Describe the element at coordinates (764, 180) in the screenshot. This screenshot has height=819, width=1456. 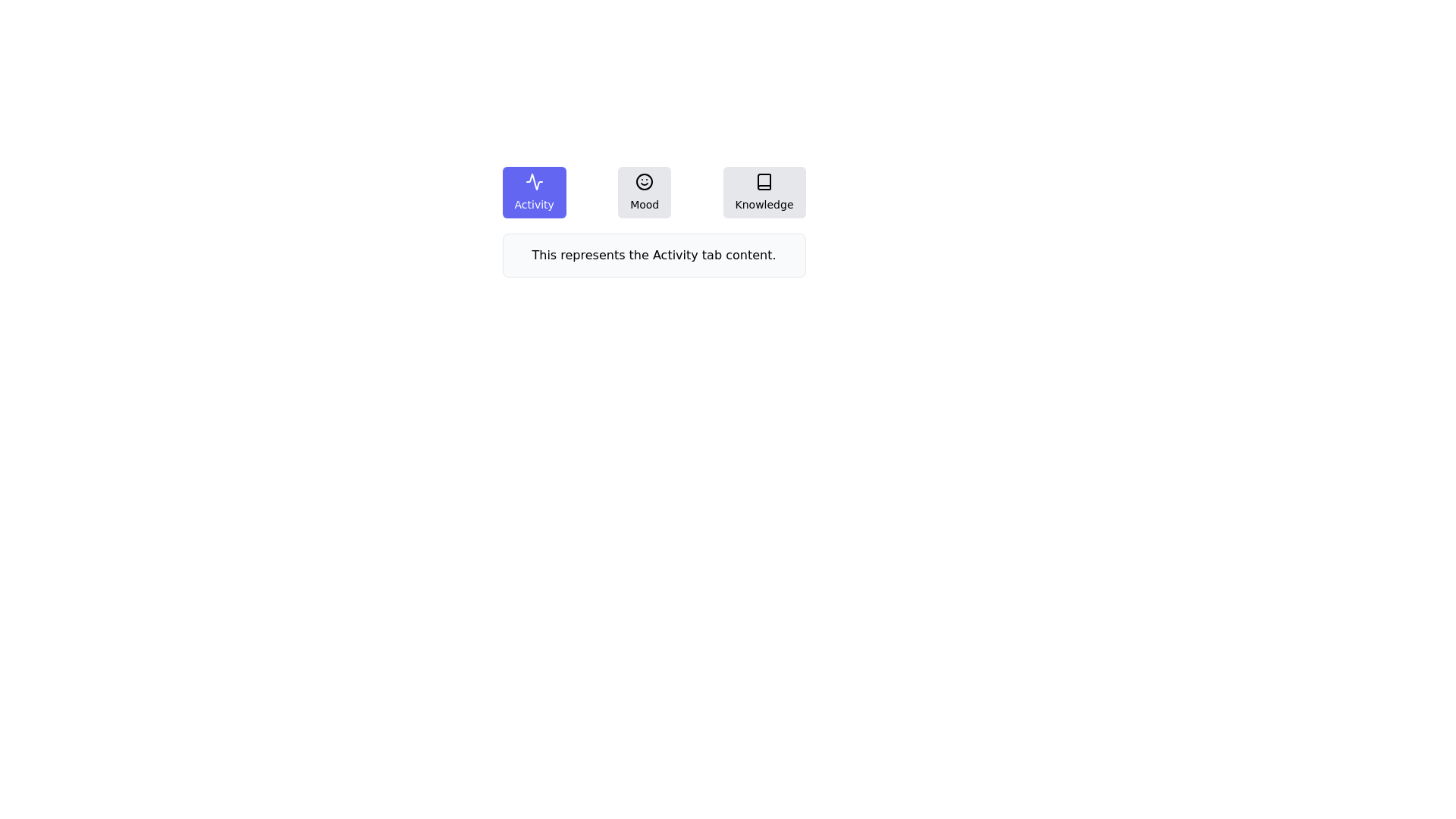
I see `the appearance of the graphic icon component depicting an open book, which is the third icon in the 'Knowledge' group at the top of the interface` at that location.